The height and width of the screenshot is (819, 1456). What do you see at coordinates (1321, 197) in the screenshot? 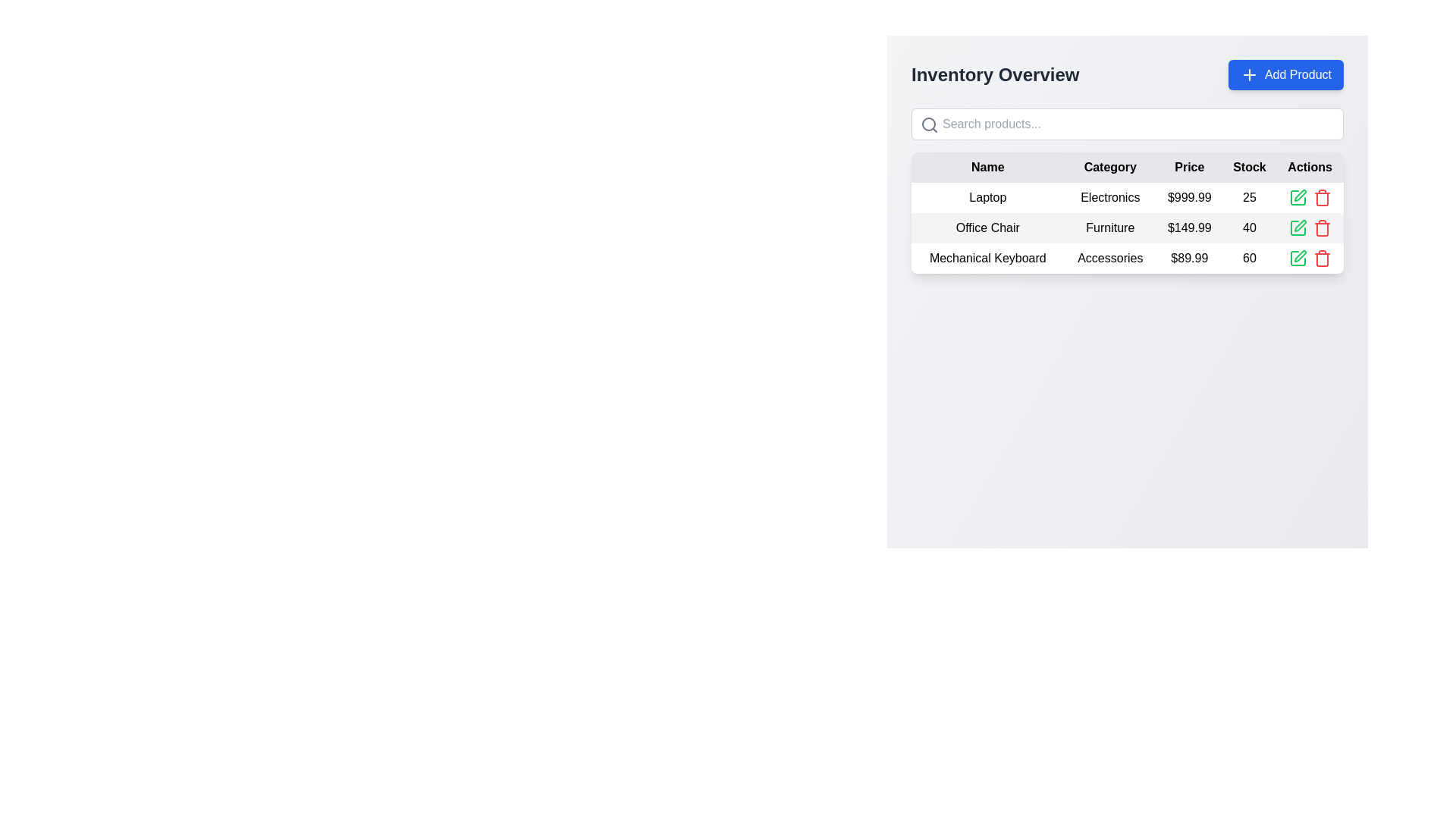
I see `the delete button for the 'Mechanical Keyboard' item, which is the third icon in the 'Actions' column of the table` at bounding box center [1321, 197].